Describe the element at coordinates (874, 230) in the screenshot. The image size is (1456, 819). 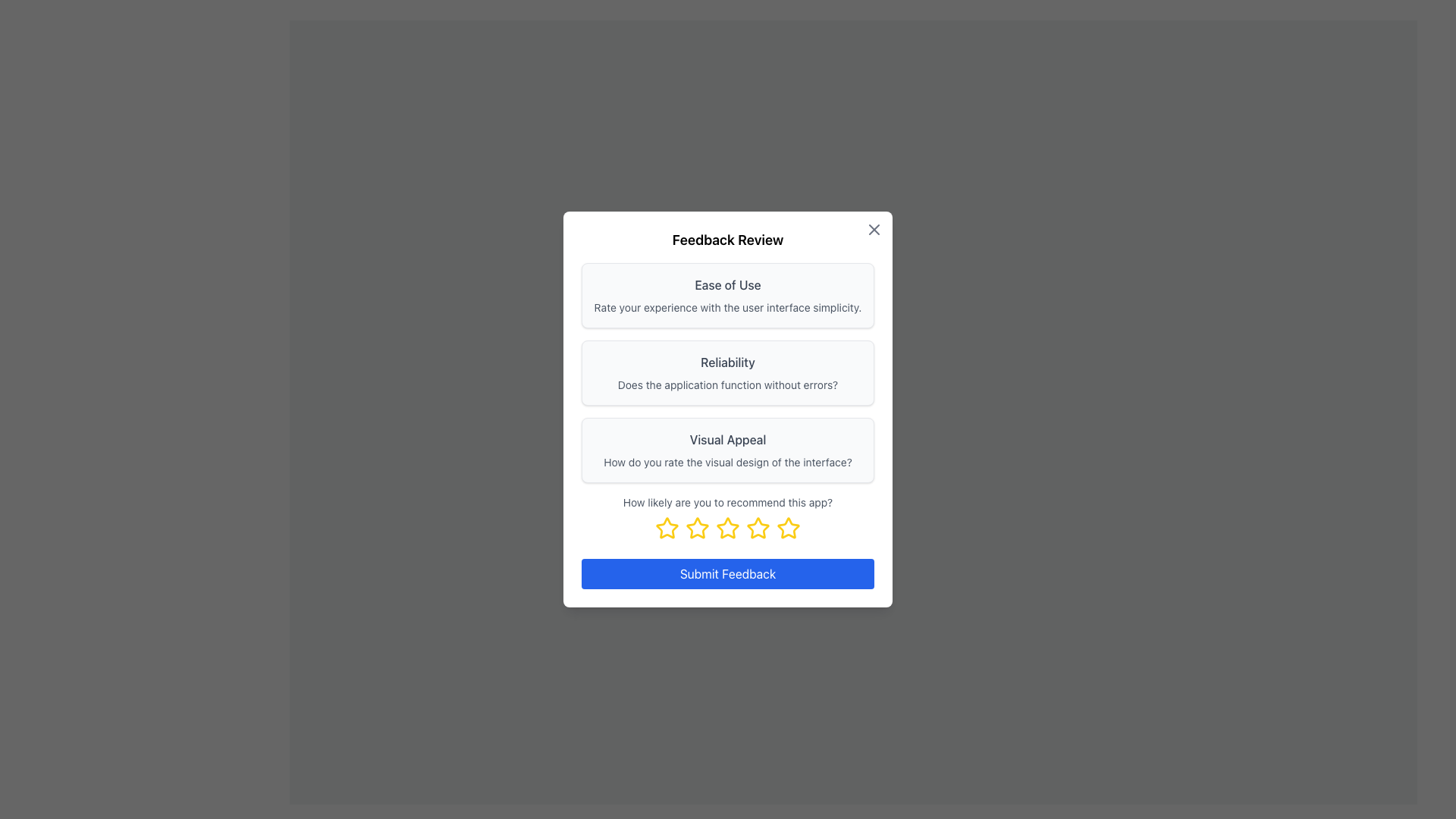
I see `the close button located at the top-right corner of the feedback modal` at that location.